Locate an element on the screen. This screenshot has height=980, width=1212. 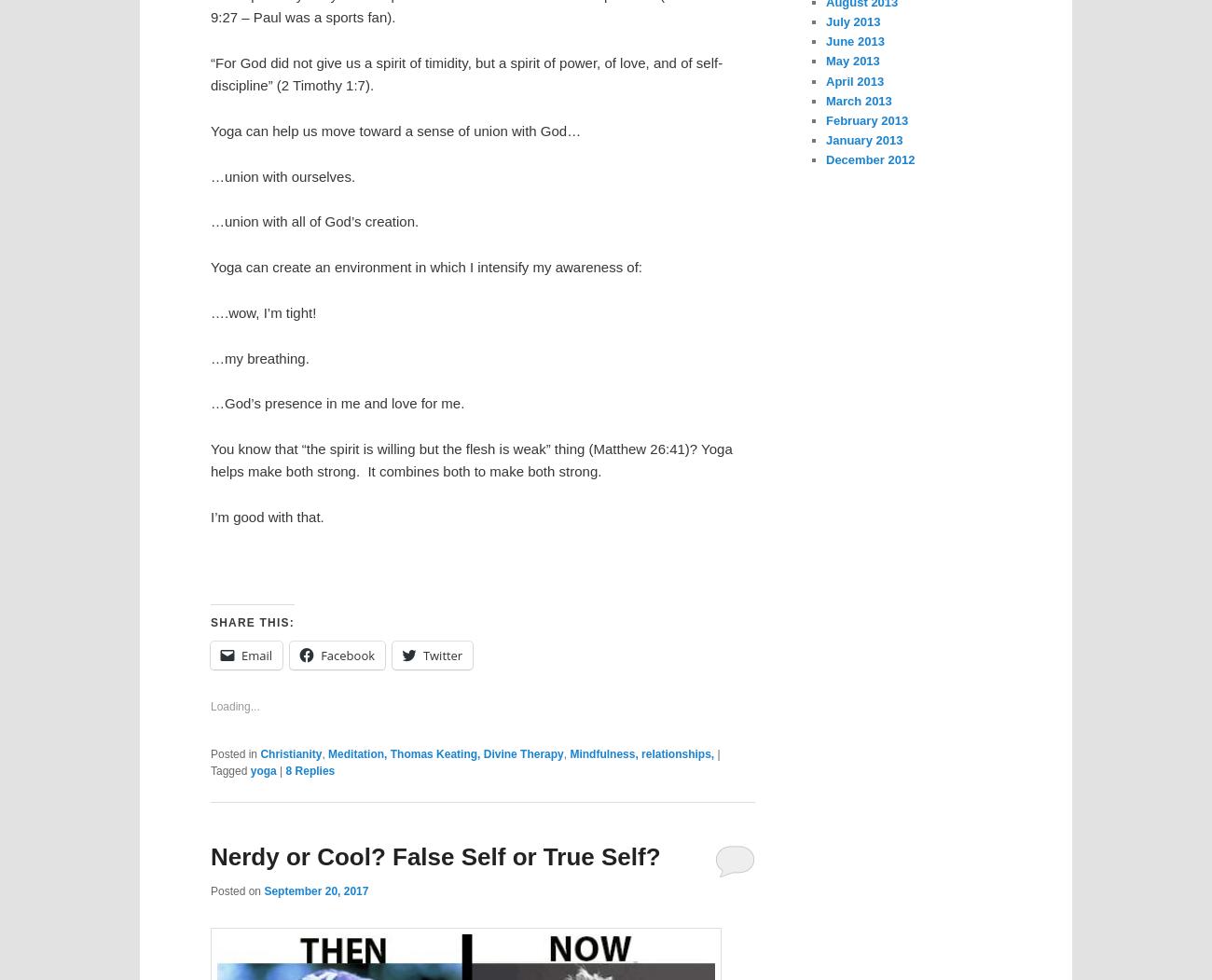
'8' is located at coordinates (288, 769).